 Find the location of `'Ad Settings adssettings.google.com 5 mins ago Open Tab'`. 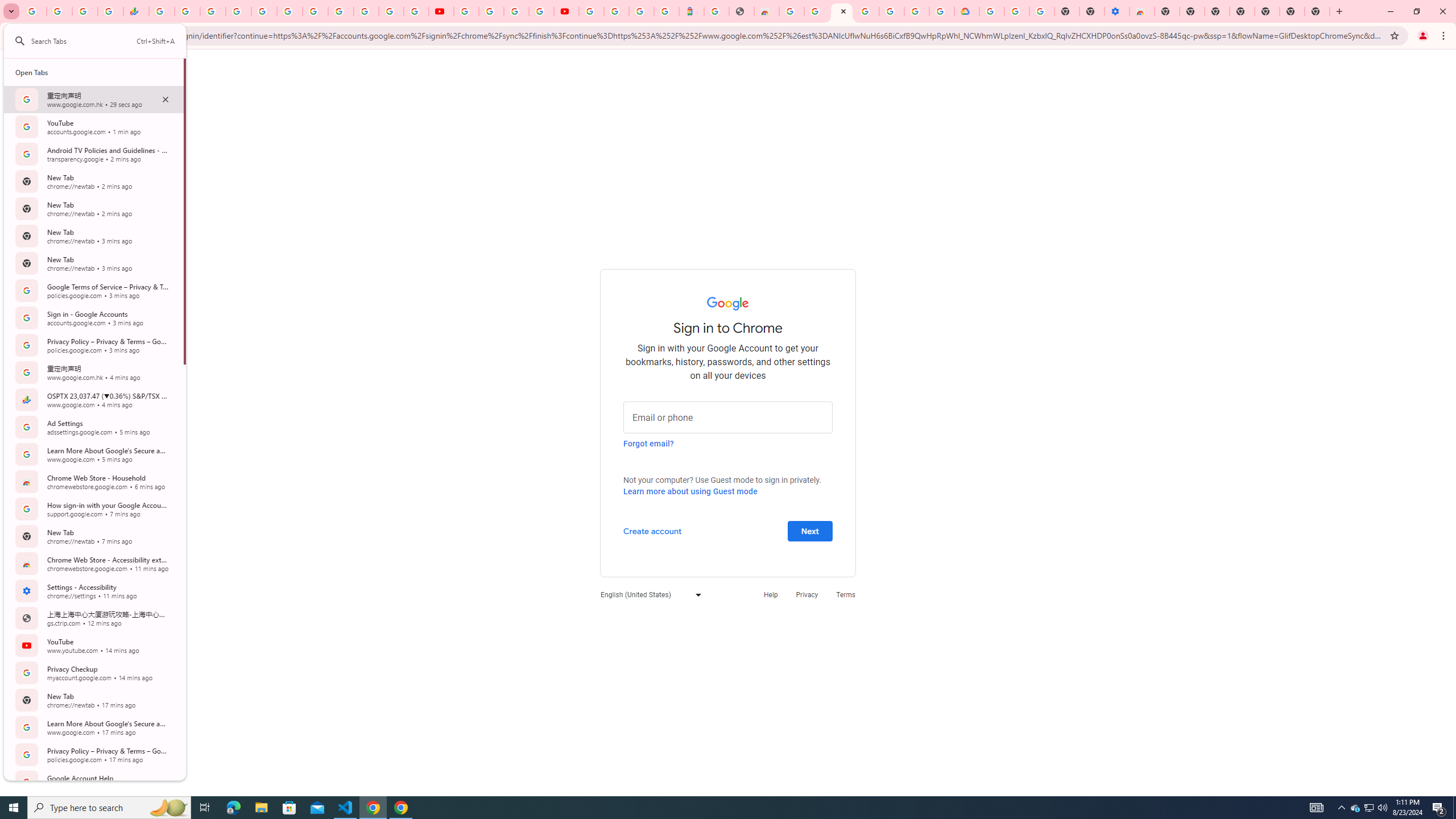

'Ad Settings adssettings.google.com 5 mins ago Open Tab' is located at coordinates (93, 427).